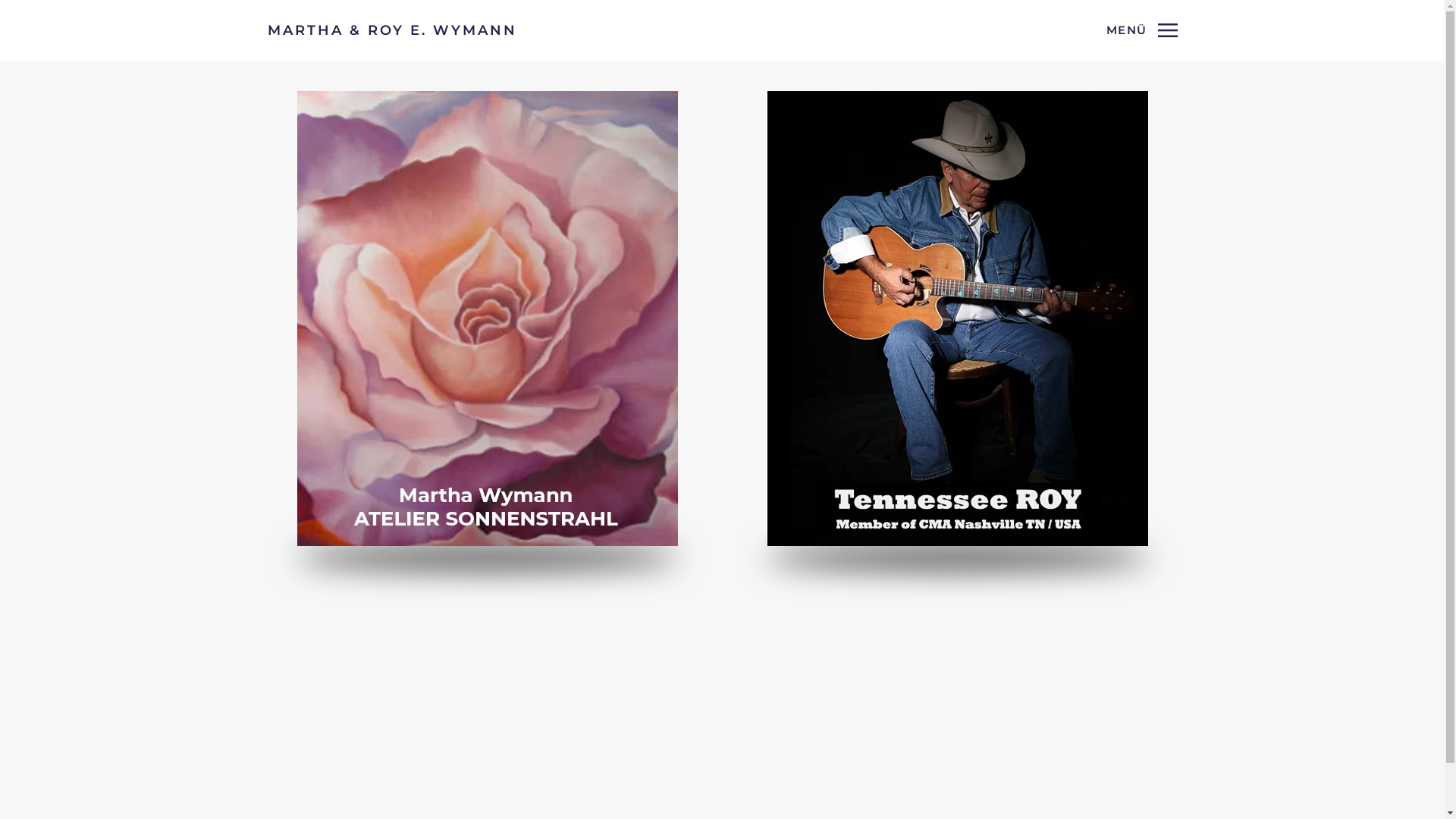 This screenshot has width=1456, height=819. Describe the element at coordinates (391, 30) in the screenshot. I see `'MARTHA & ROY E. WYMANN'` at that location.